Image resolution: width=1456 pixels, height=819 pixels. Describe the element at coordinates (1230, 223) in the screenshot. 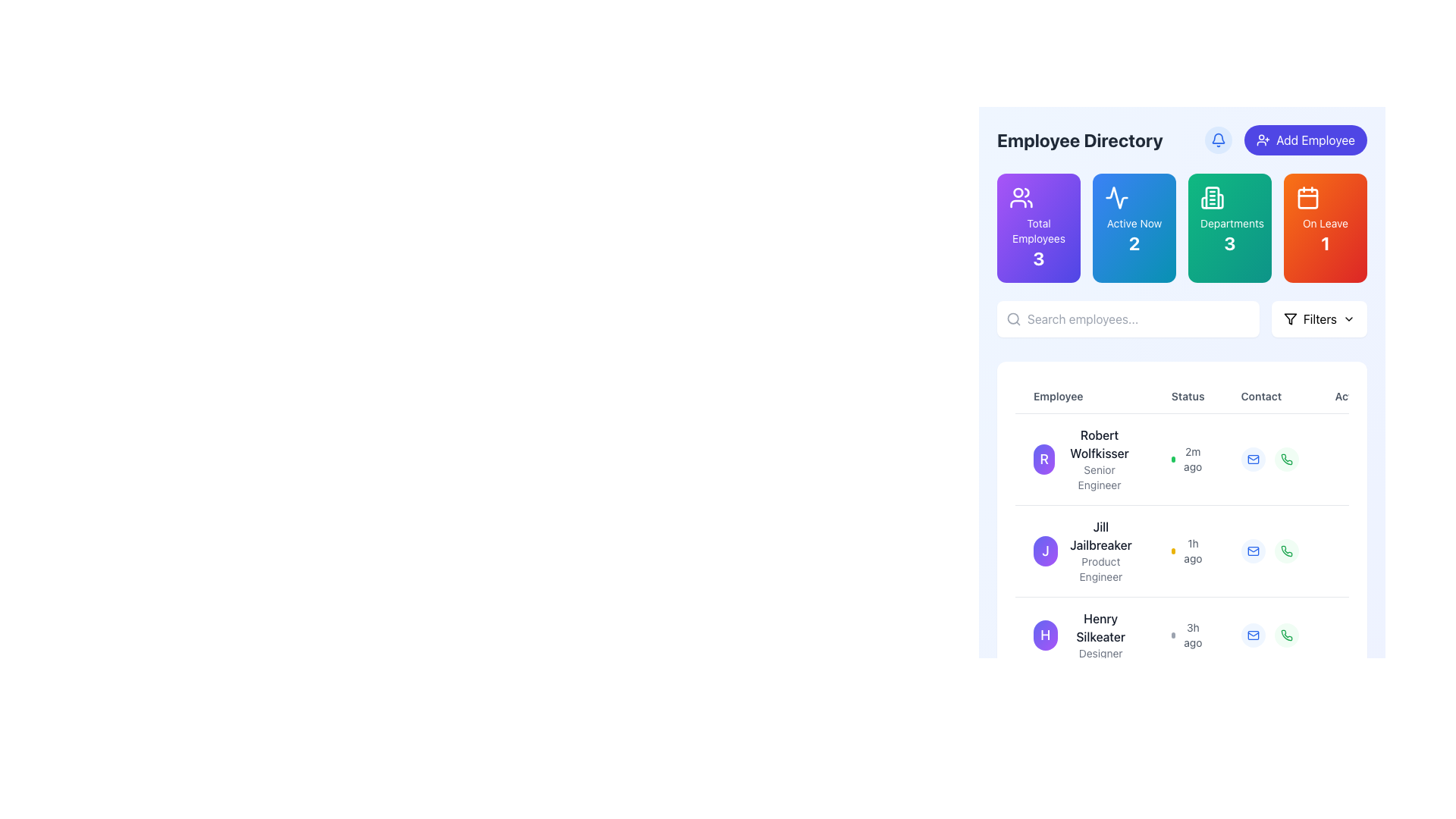

I see `the Text label indicating the number of departments, located within a green gradient rectangular section, beneath a building icon and above the number '3'` at that location.